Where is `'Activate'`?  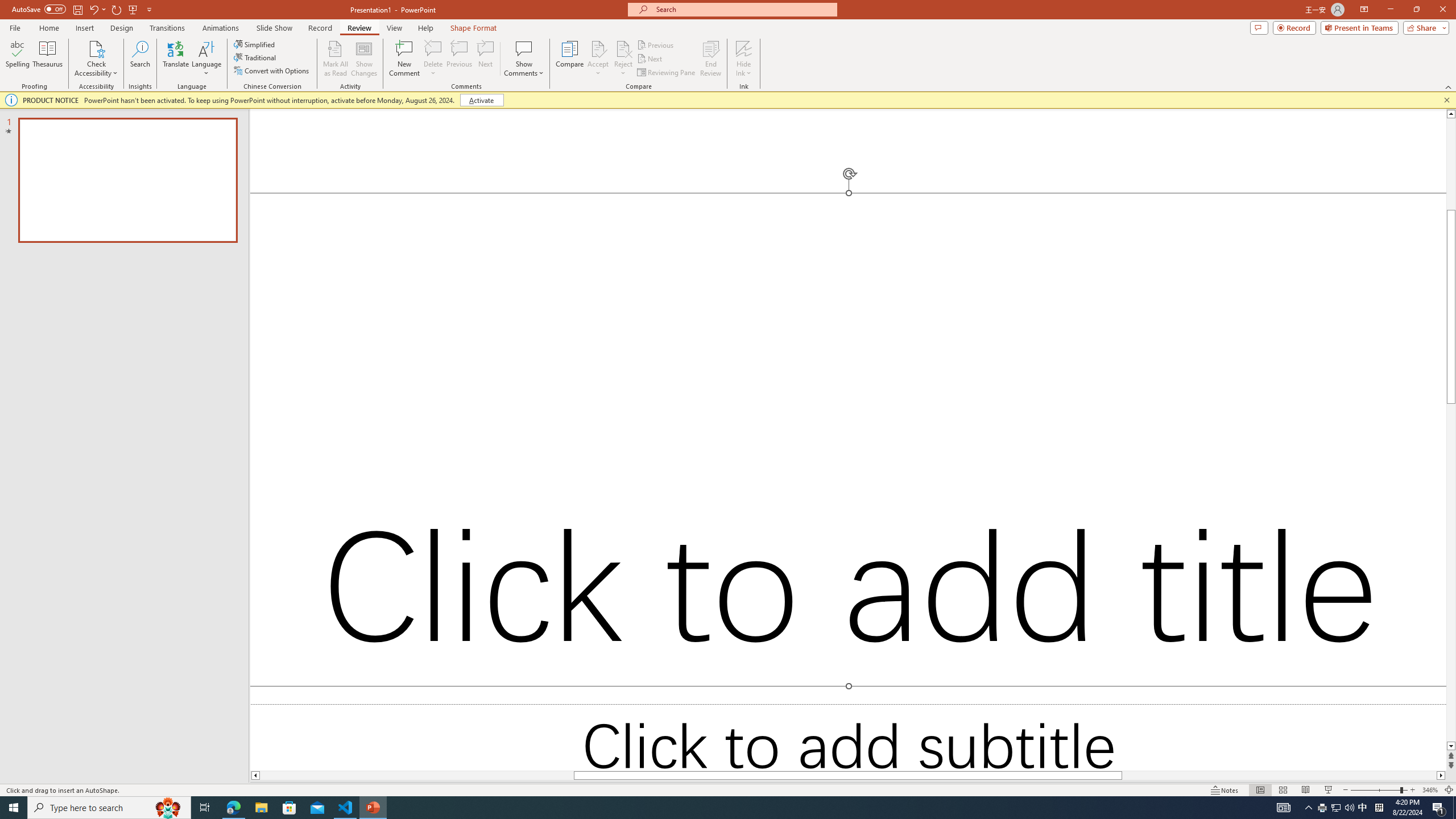
'Activate' is located at coordinates (482, 100).